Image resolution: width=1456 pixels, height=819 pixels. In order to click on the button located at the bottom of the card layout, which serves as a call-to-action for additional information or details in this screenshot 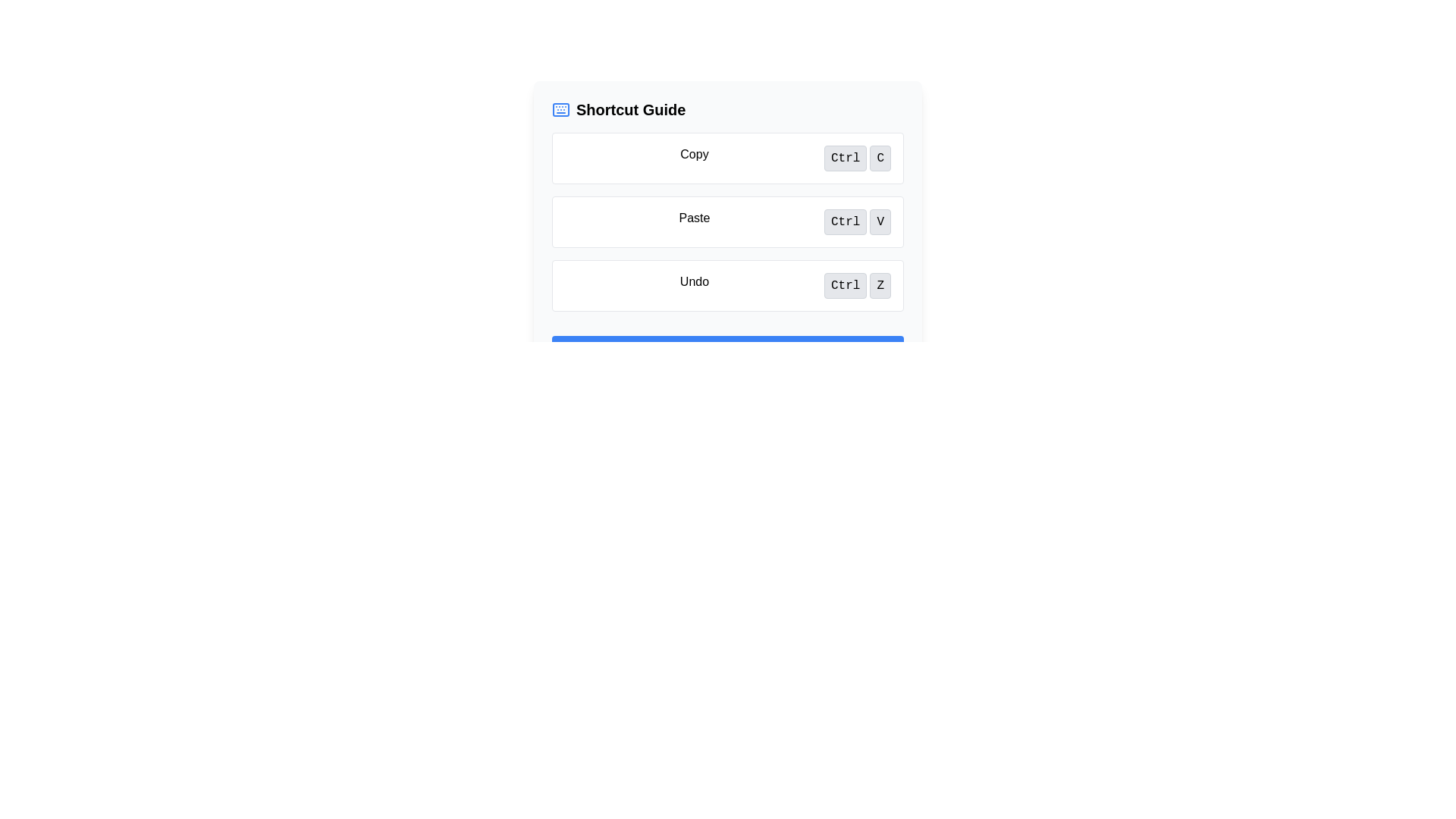, I will do `click(728, 350)`.